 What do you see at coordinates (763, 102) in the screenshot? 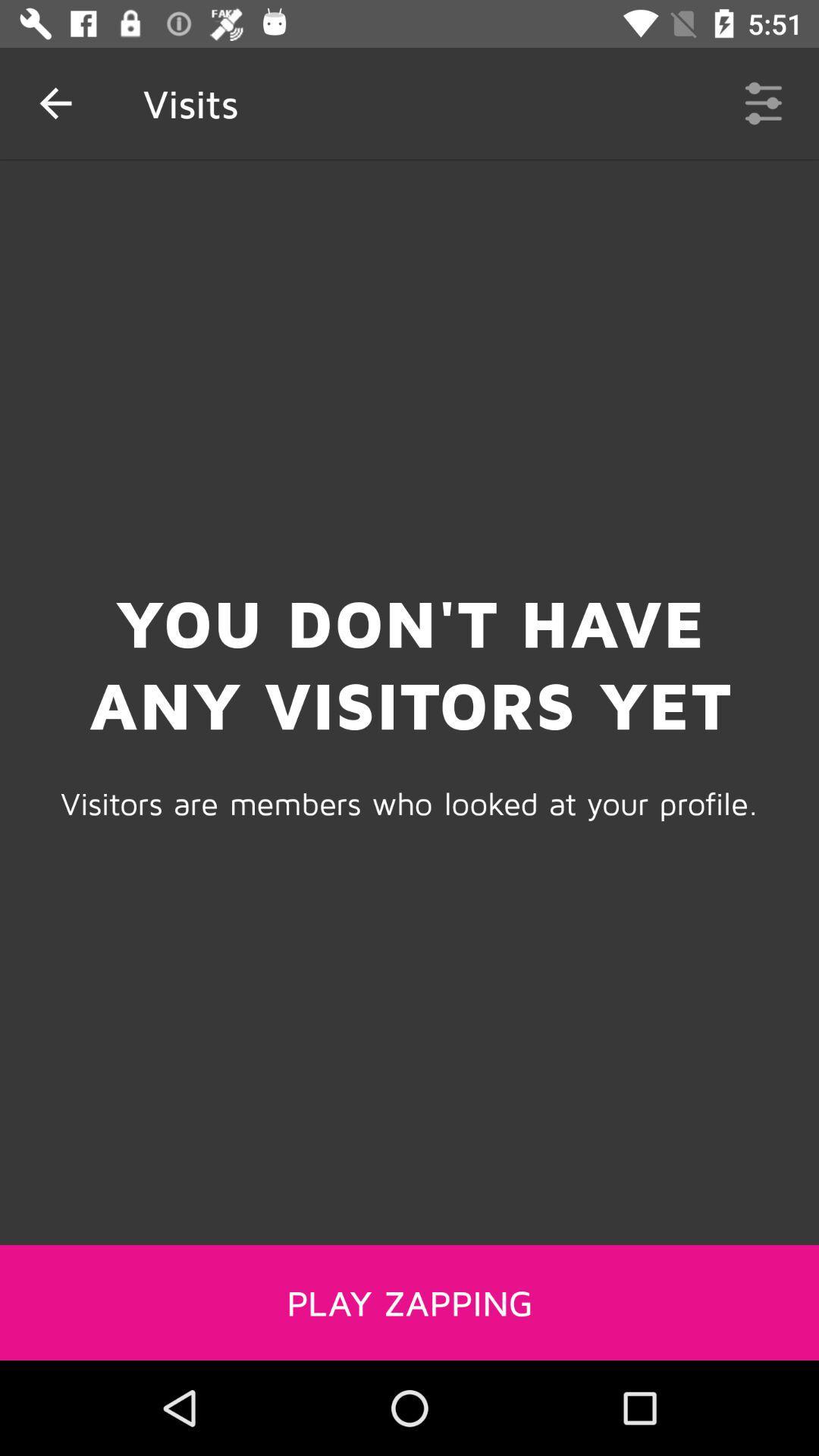
I see `item to the right of the visits item` at bounding box center [763, 102].